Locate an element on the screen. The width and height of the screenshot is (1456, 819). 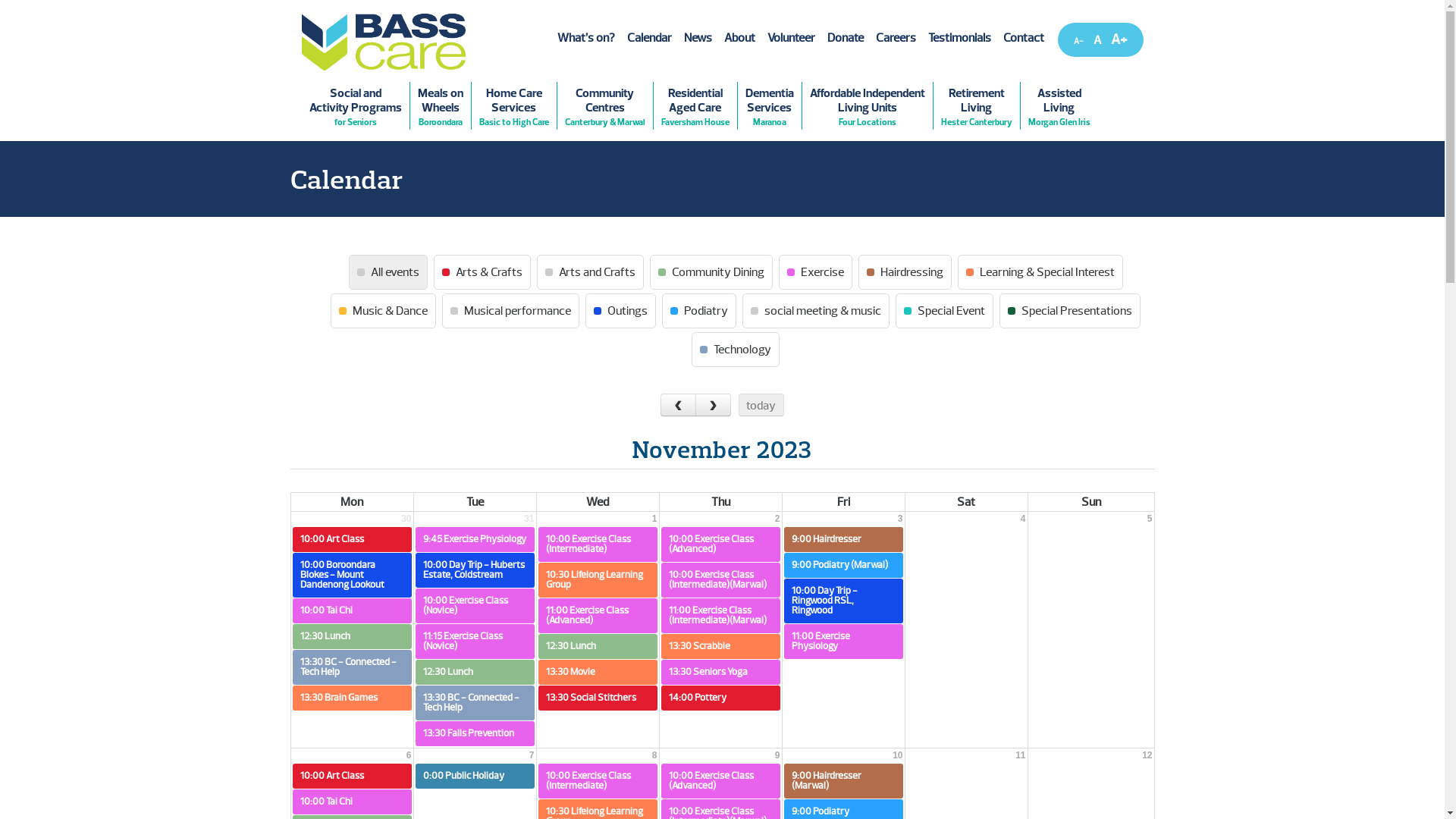
'10:00 Exercise Class (Intermediate) is located at coordinates (597, 543).